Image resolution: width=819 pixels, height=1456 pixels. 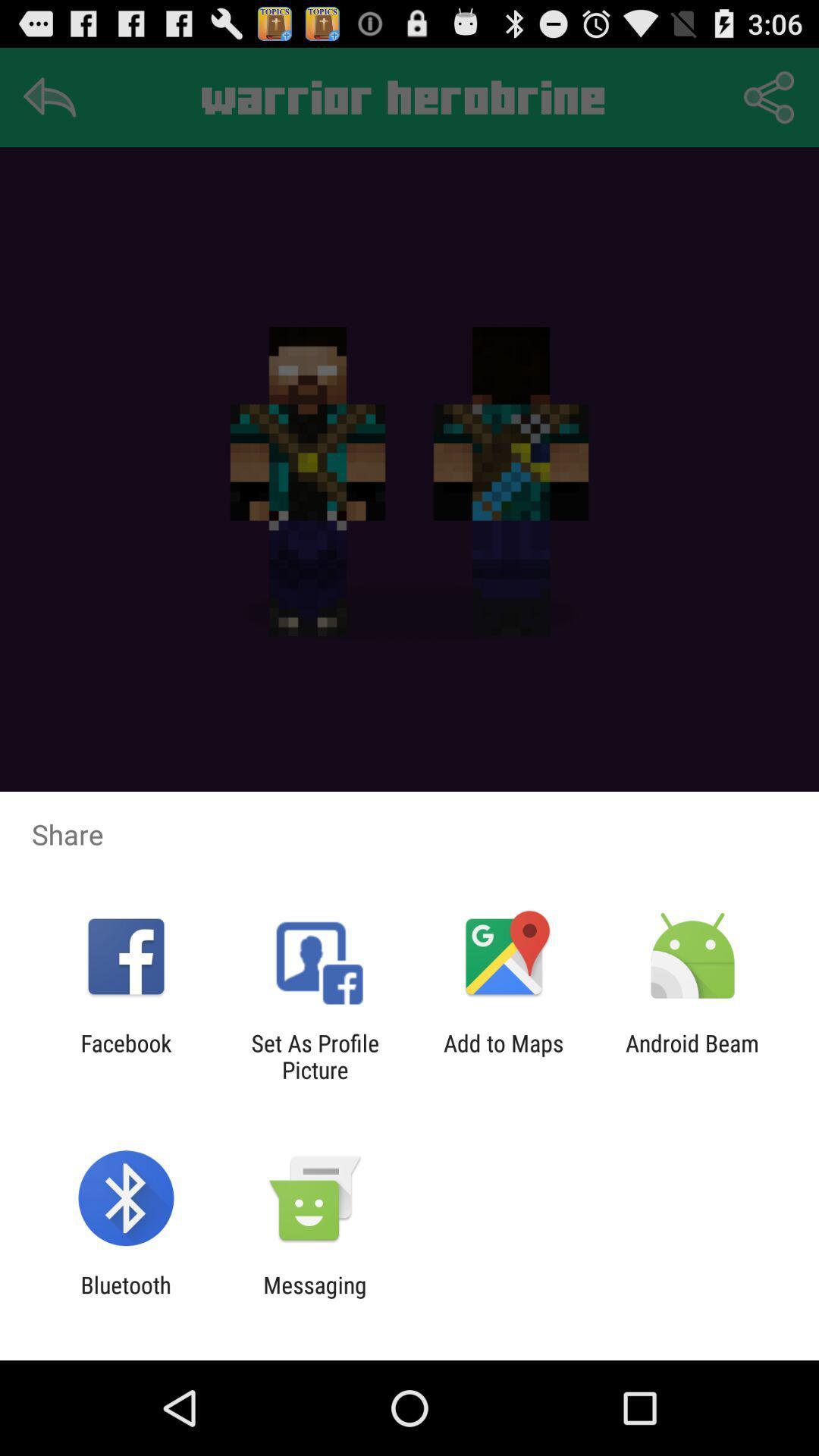 I want to click on item next to add to maps icon, so click(x=692, y=1056).